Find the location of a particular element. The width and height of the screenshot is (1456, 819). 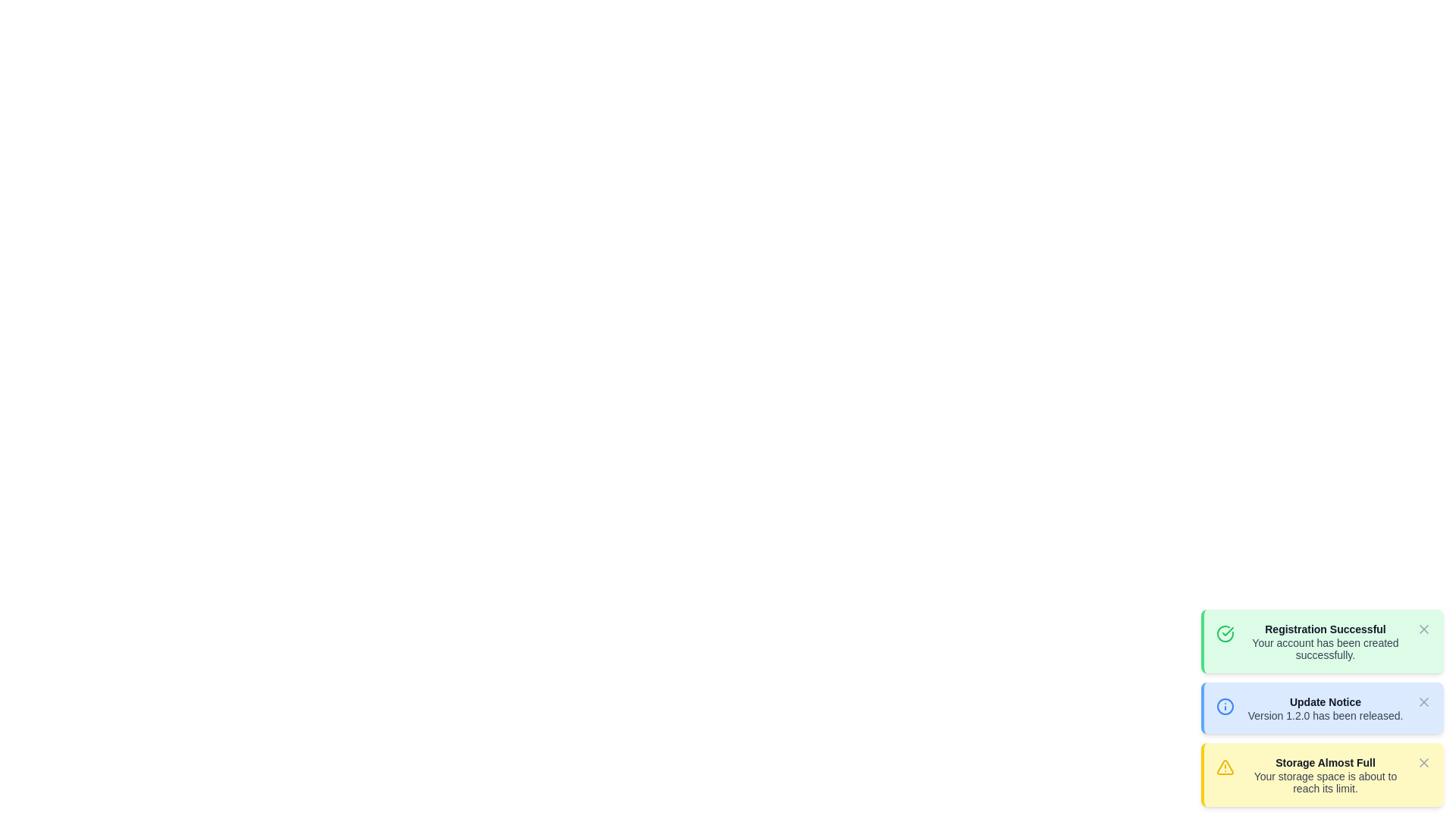

detailed warning message text located directly below the 'Storage Almost Full' text in the warning message box at the bottom of the stack of three boxes is located at coordinates (1324, 783).